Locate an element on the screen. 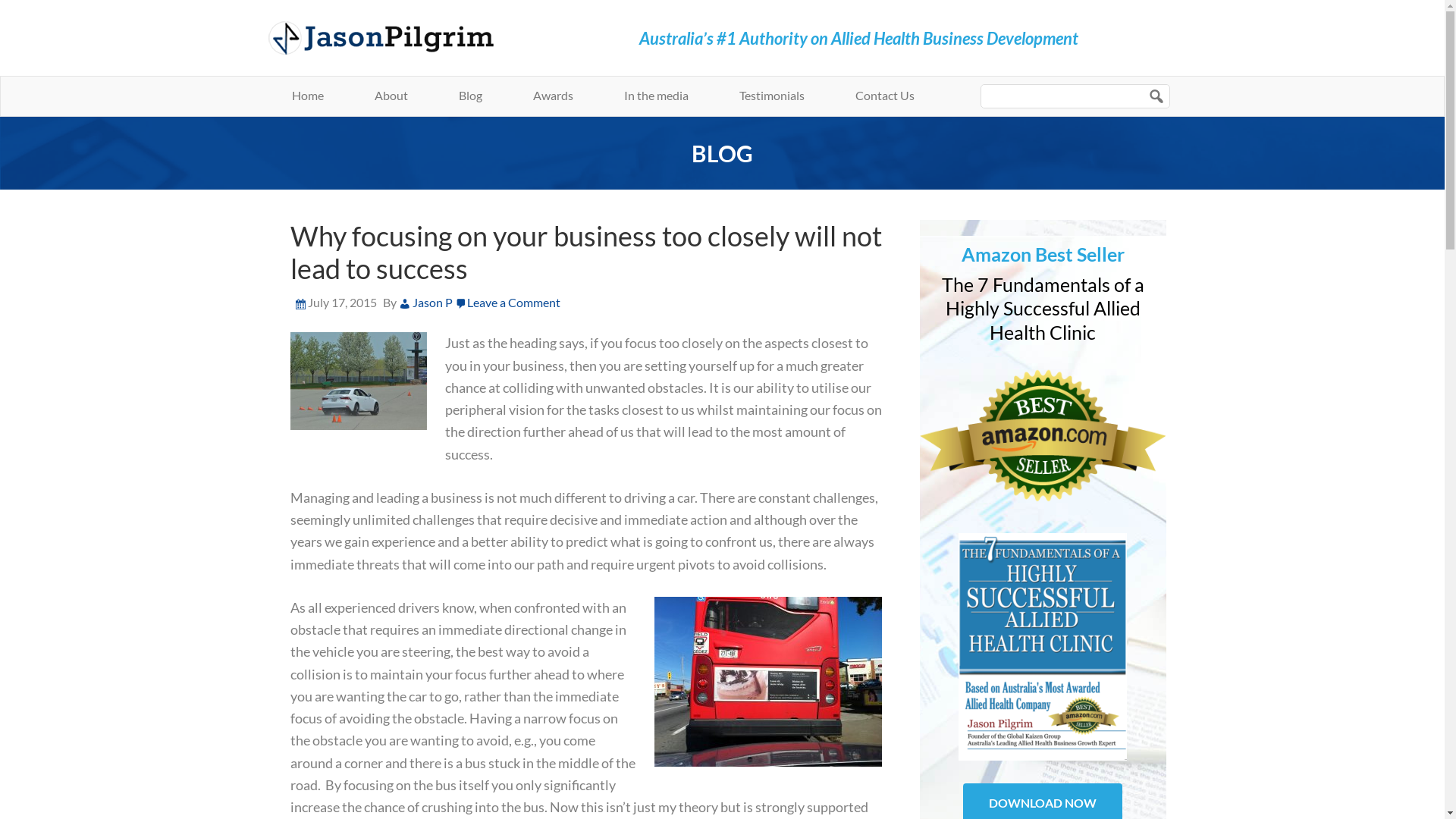 The width and height of the screenshot is (1456, 819). 'Jason P' is located at coordinates (425, 302).